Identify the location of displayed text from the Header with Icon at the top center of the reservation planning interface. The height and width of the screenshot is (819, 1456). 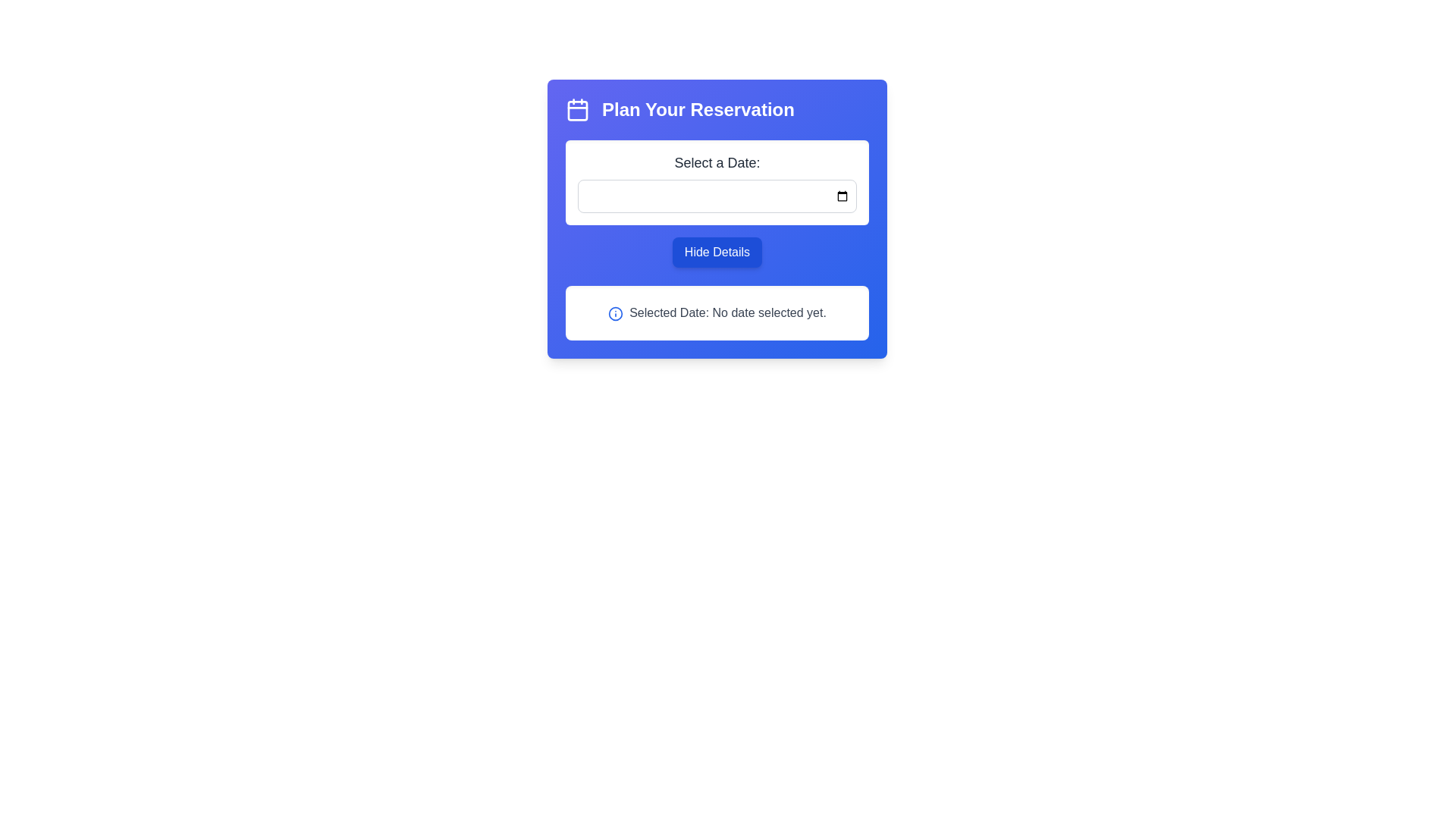
(716, 109).